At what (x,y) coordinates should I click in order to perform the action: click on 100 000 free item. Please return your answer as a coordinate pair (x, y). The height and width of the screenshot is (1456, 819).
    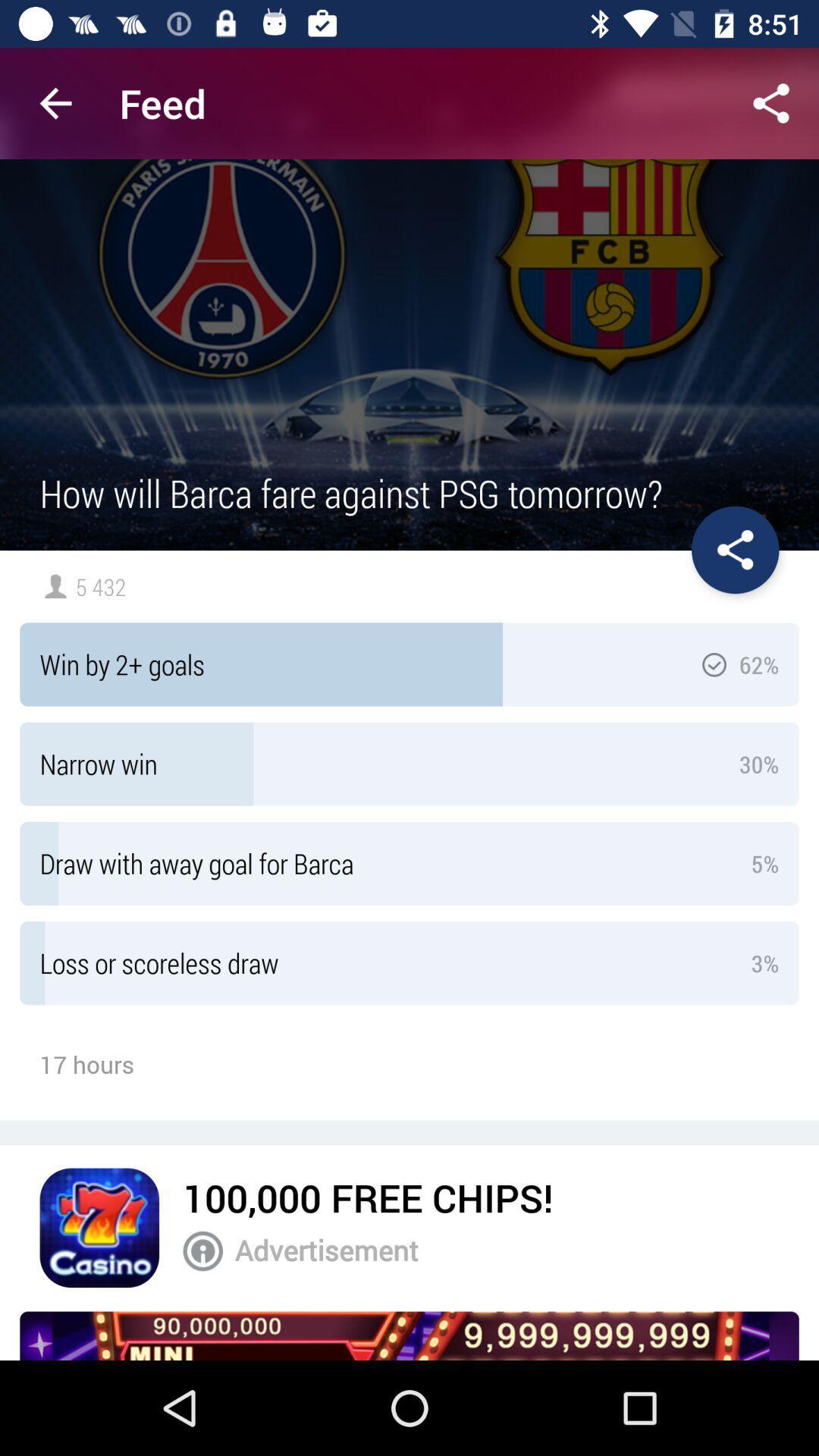
    Looking at the image, I should click on (368, 1197).